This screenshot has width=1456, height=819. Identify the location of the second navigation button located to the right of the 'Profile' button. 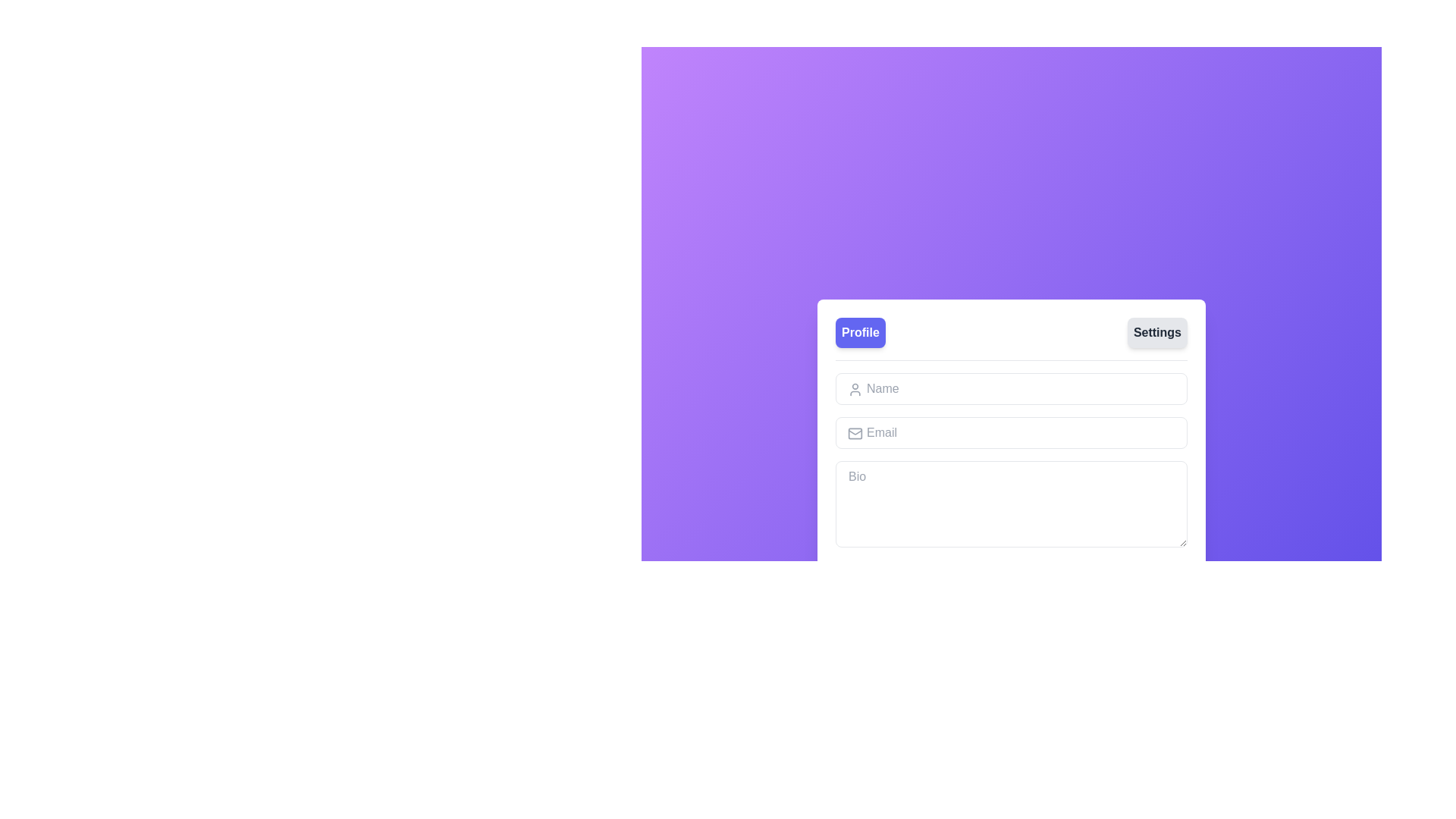
(1156, 332).